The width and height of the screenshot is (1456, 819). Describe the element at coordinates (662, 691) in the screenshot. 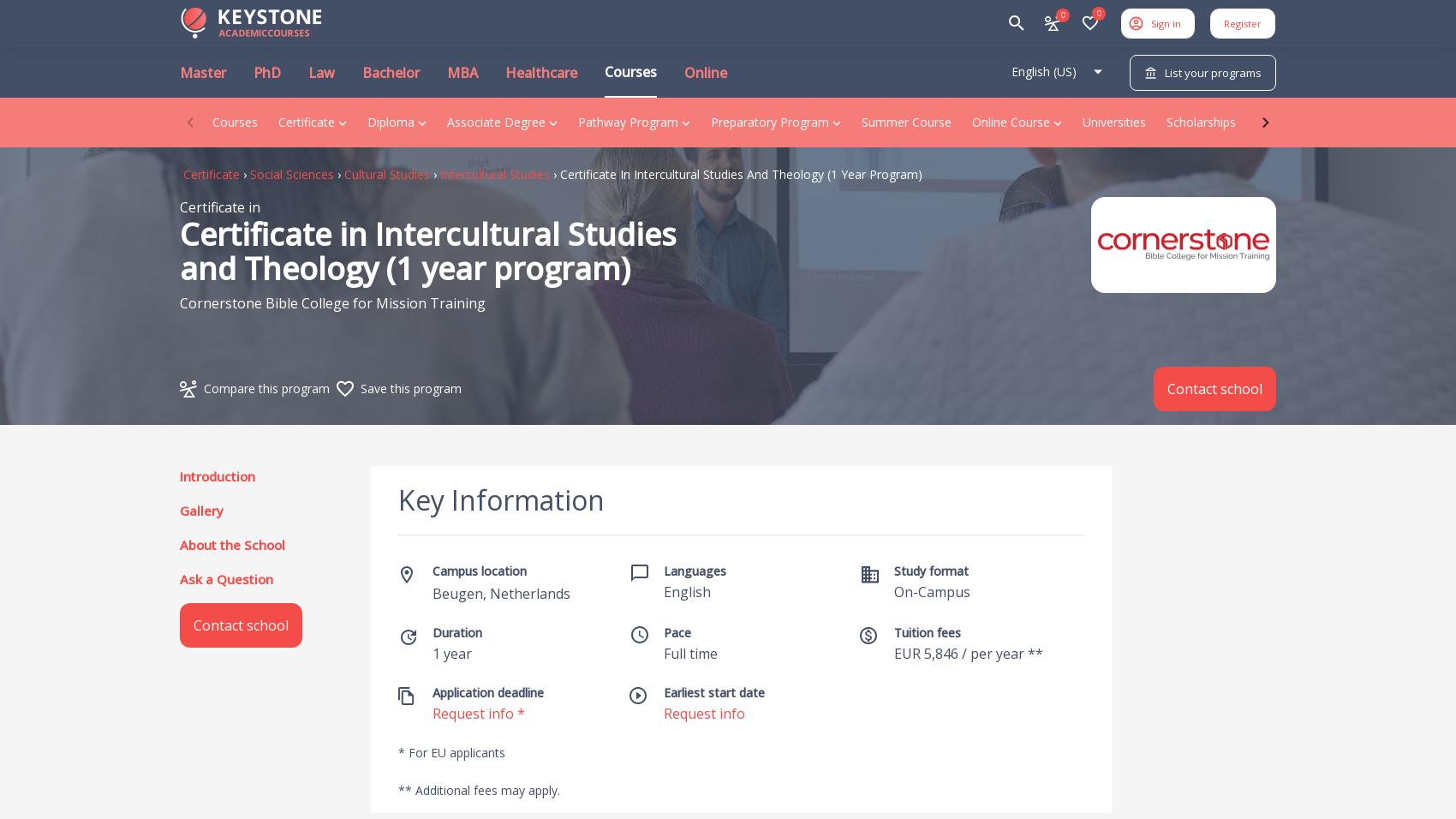

I see `'Earliest start date'` at that location.